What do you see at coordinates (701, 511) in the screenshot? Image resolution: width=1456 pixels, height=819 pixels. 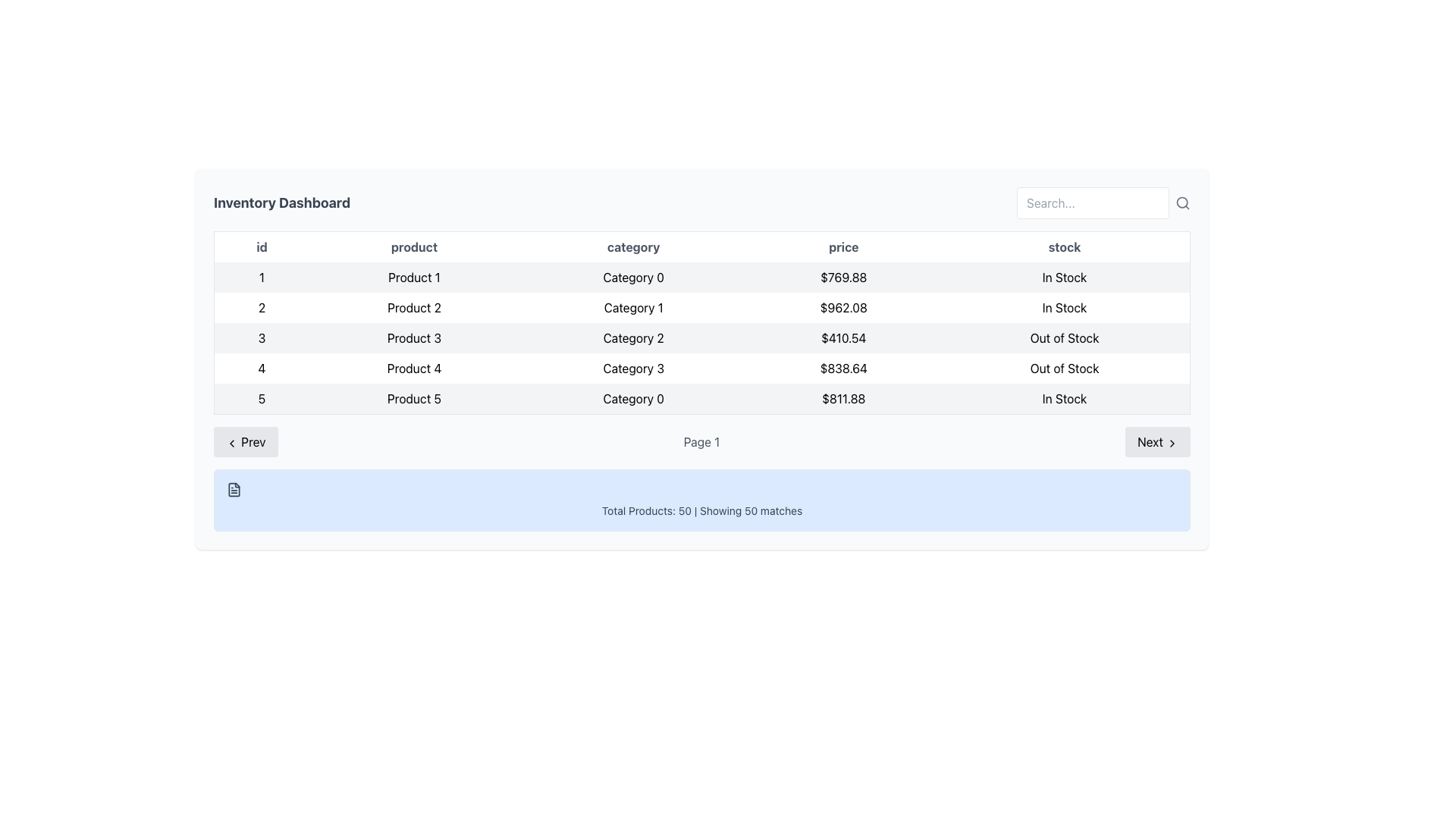 I see `the Text Label displaying 'Total Products: 50 | Showing 50 matches', which is located at the bottom section of the display area, underneath the product table and centered horizontally` at bounding box center [701, 511].